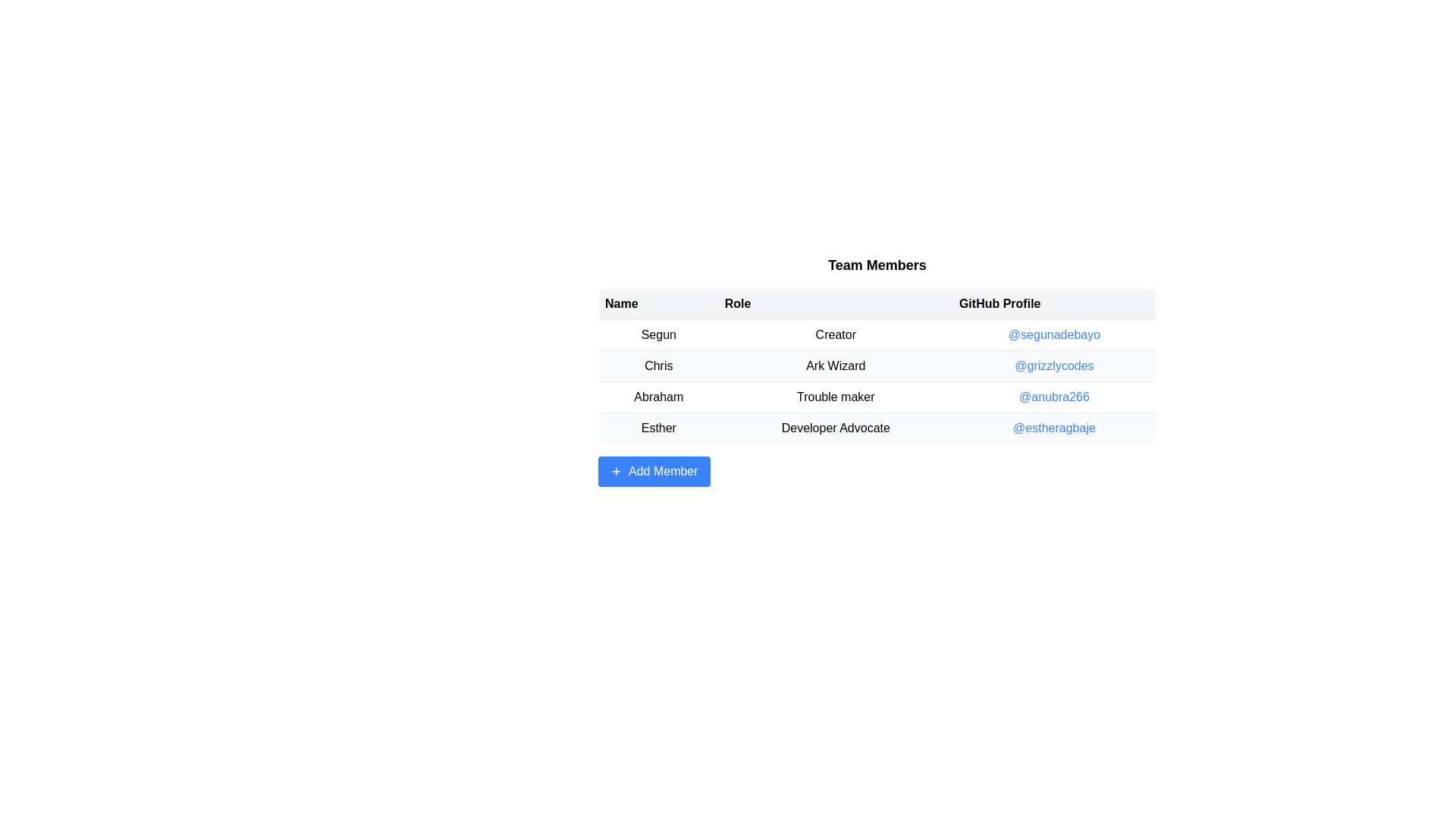 This screenshot has height=819, width=1456. I want to click on text label 'Creator' located in the second column and first row under the 'Role' heading of the table, which is styled in plain black on a white background, so click(835, 334).